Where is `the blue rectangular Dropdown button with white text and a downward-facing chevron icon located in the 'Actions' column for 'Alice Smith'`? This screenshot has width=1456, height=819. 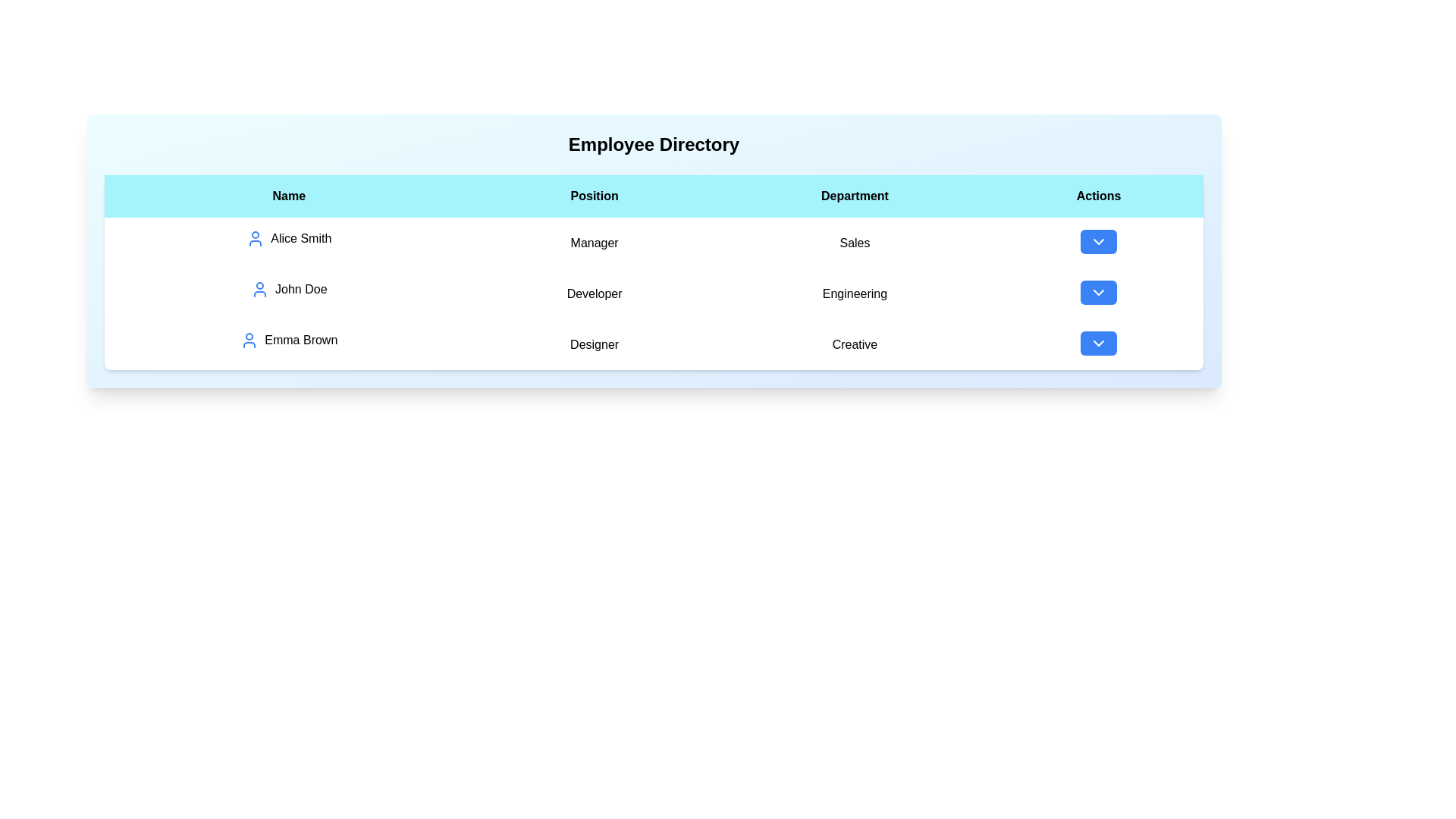 the blue rectangular Dropdown button with white text and a downward-facing chevron icon located in the 'Actions' column for 'Alice Smith' is located at coordinates (1099, 242).